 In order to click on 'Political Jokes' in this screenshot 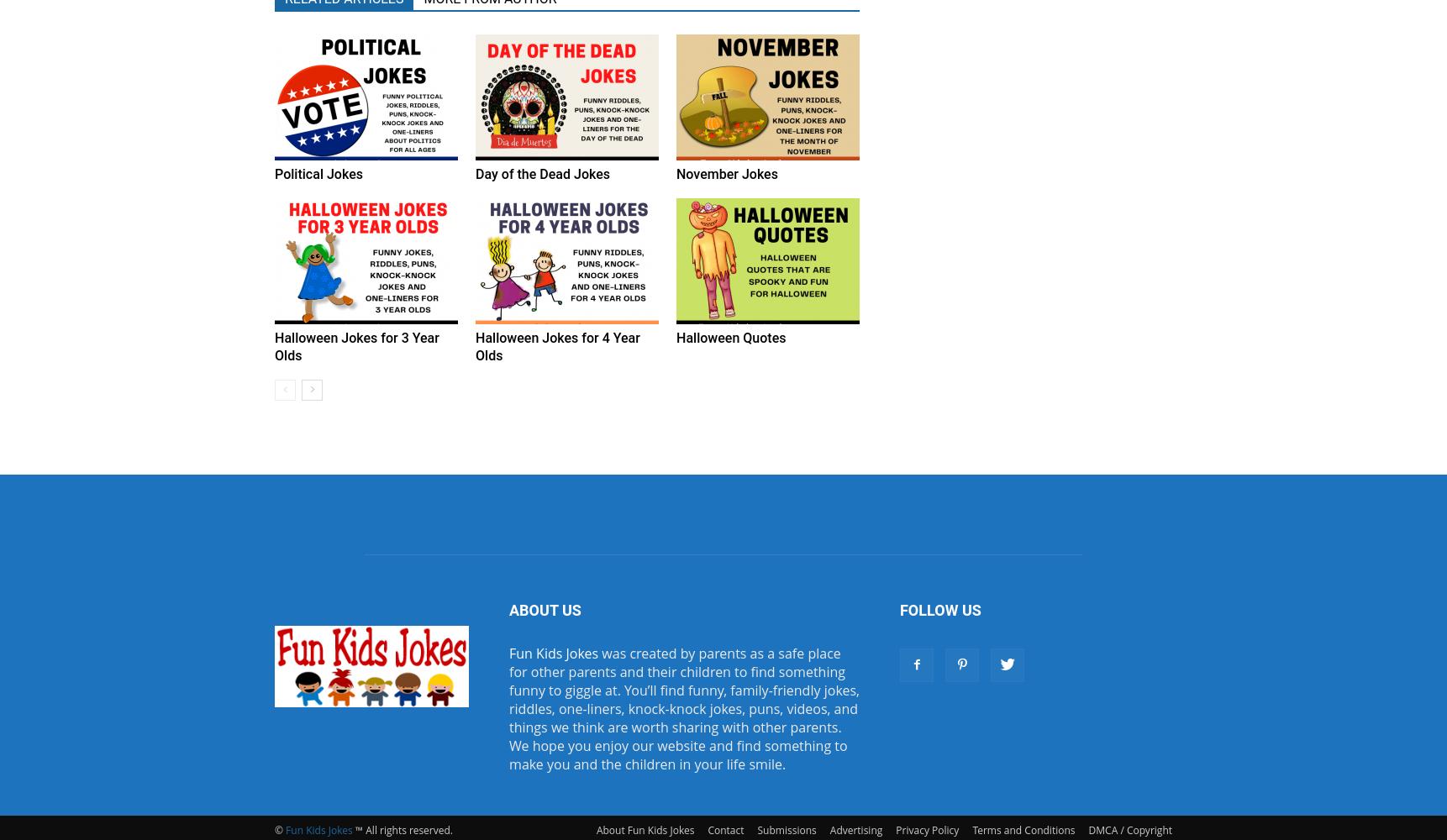, I will do `click(318, 173)`.